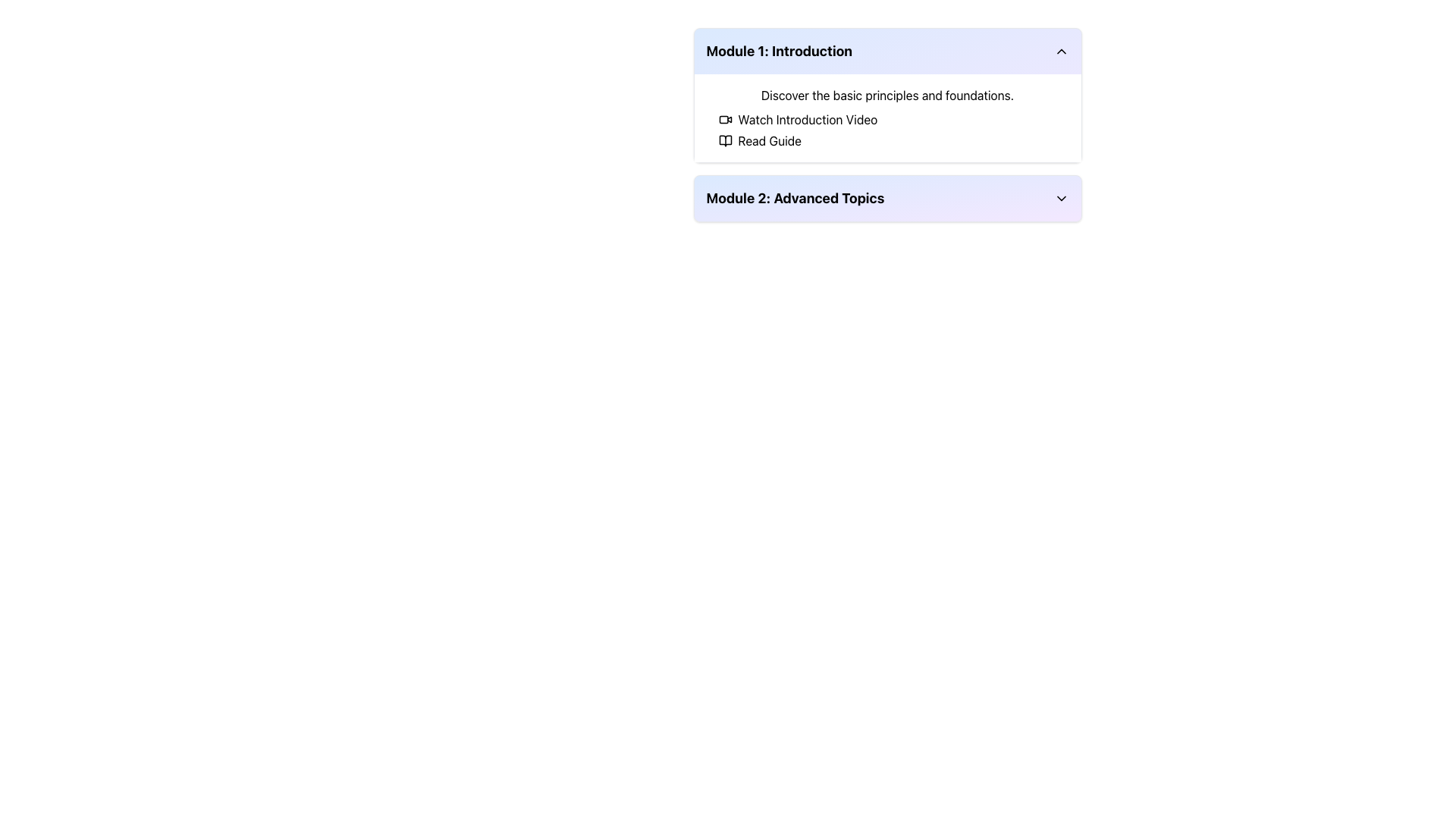  Describe the element at coordinates (723, 119) in the screenshot. I see `the inner rectangle component of the video camera icon located within the 'Module 1: Introduction' section, adjacent to the 'Watch Introduction Video' text` at that location.